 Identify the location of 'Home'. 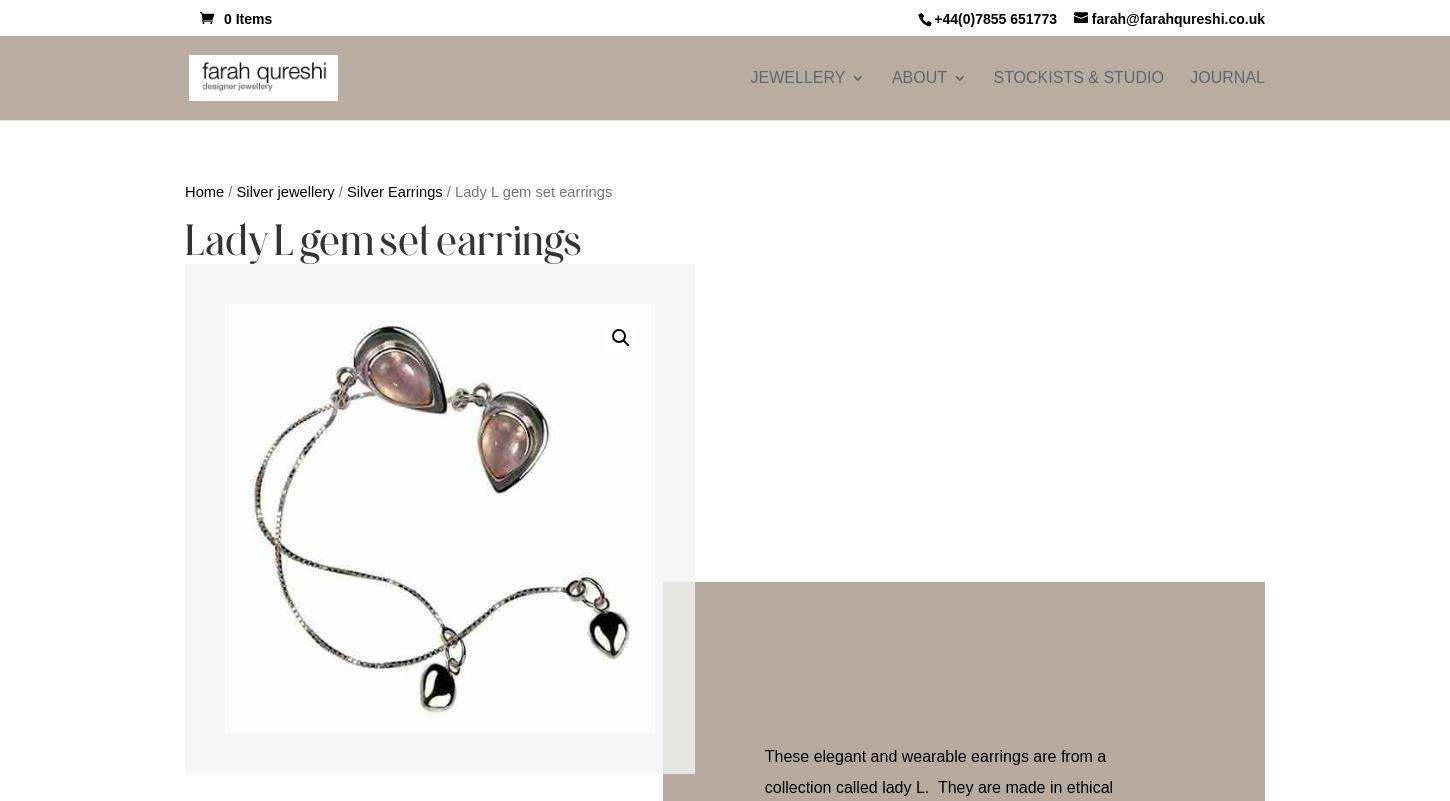
(203, 190).